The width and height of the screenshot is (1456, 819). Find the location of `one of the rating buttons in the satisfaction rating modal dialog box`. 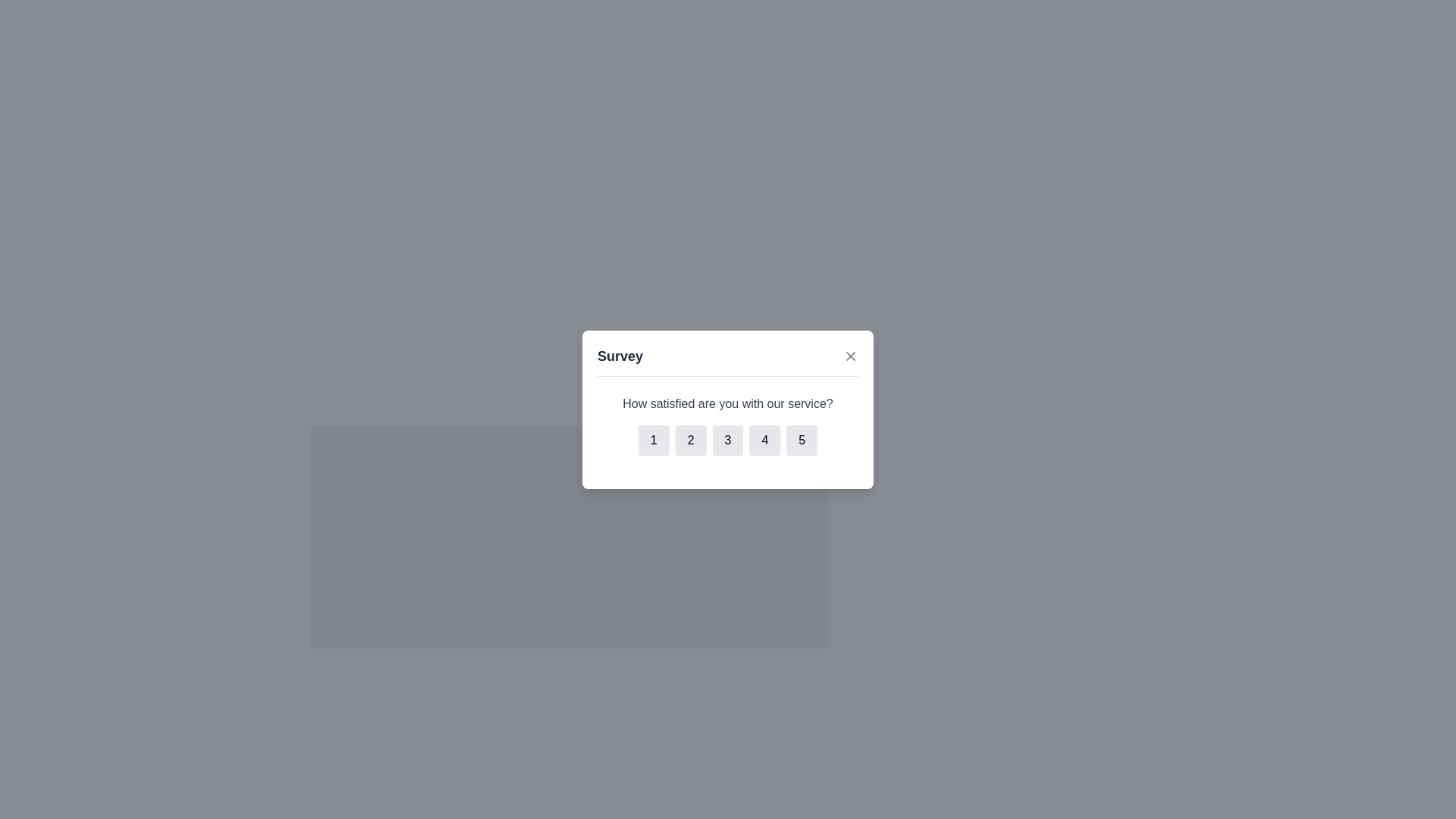

one of the rating buttons in the satisfaction rating modal dialog box is located at coordinates (728, 409).